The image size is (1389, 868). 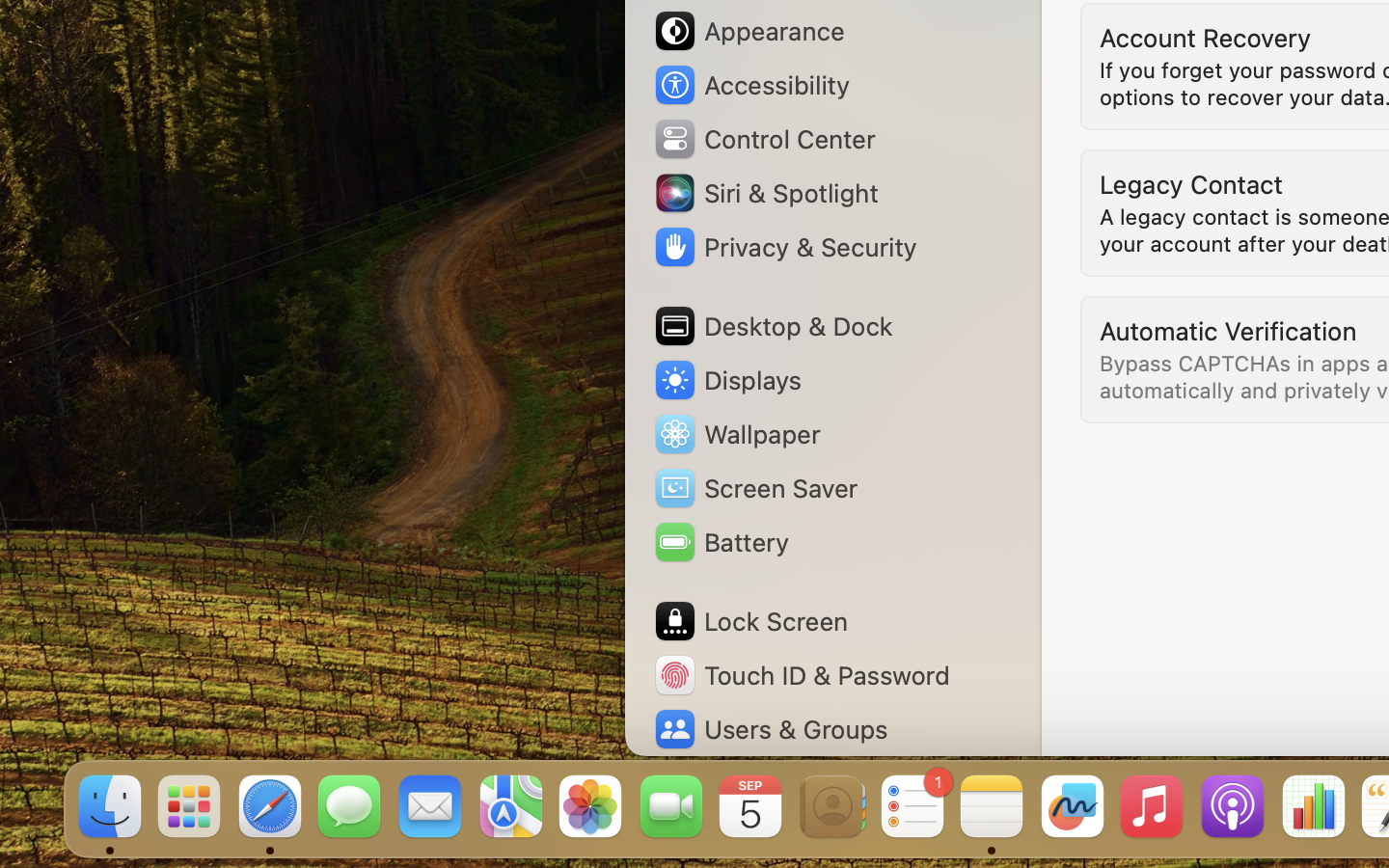 What do you see at coordinates (802, 674) in the screenshot?
I see `'Touch ID & Password'` at bounding box center [802, 674].